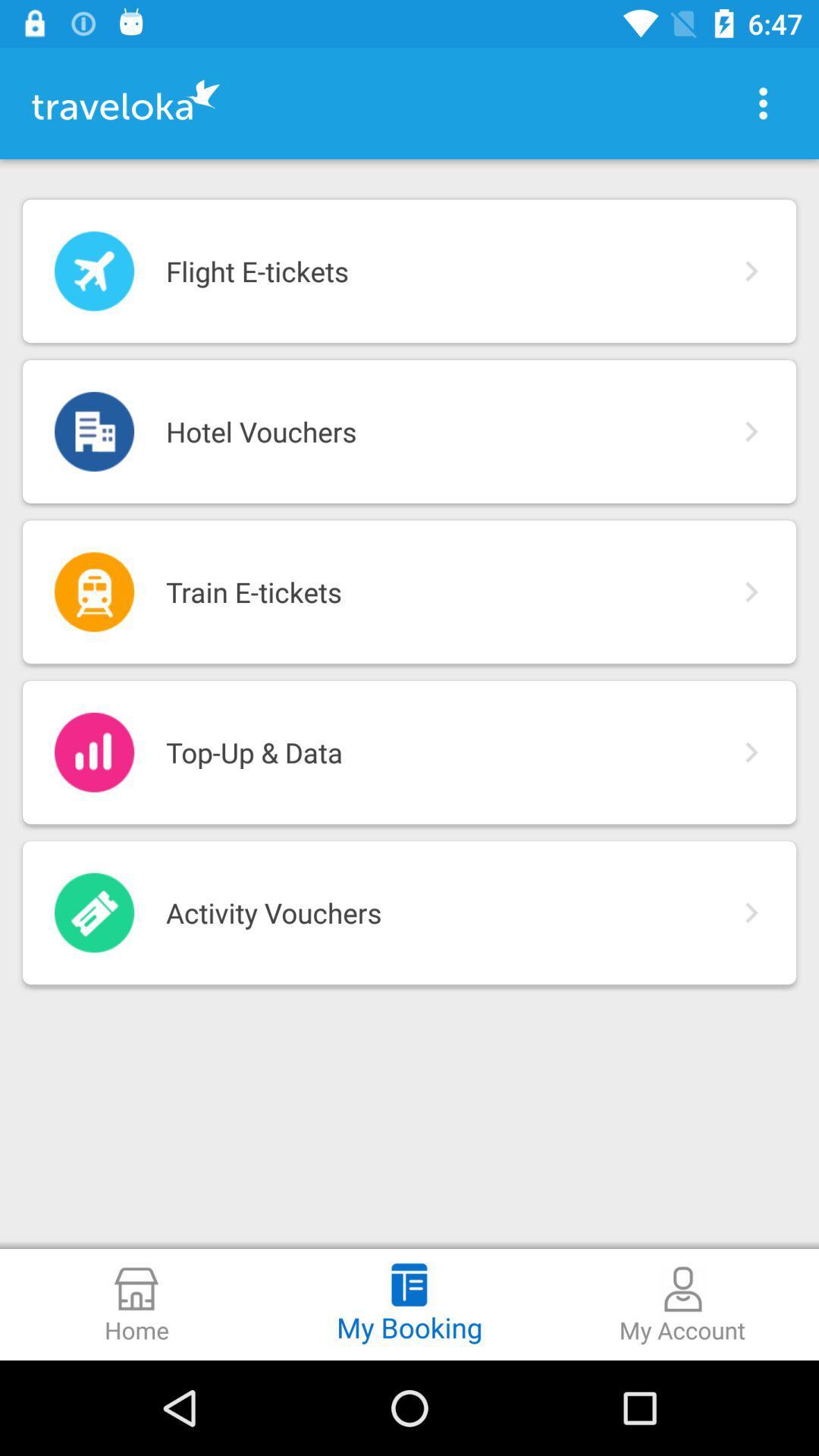  I want to click on open menu options, so click(763, 102).